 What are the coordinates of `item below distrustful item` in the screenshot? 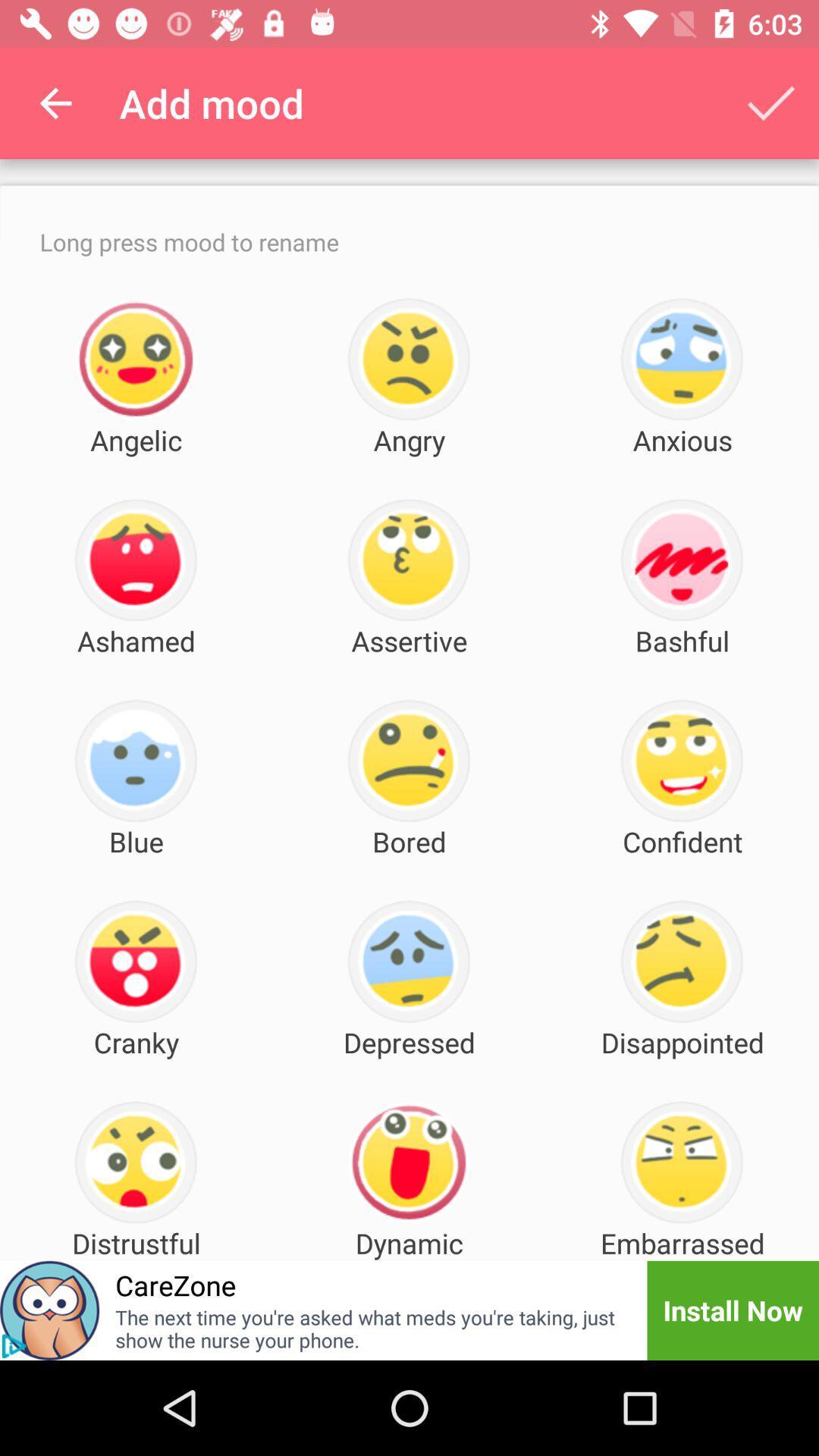 It's located at (49, 1310).